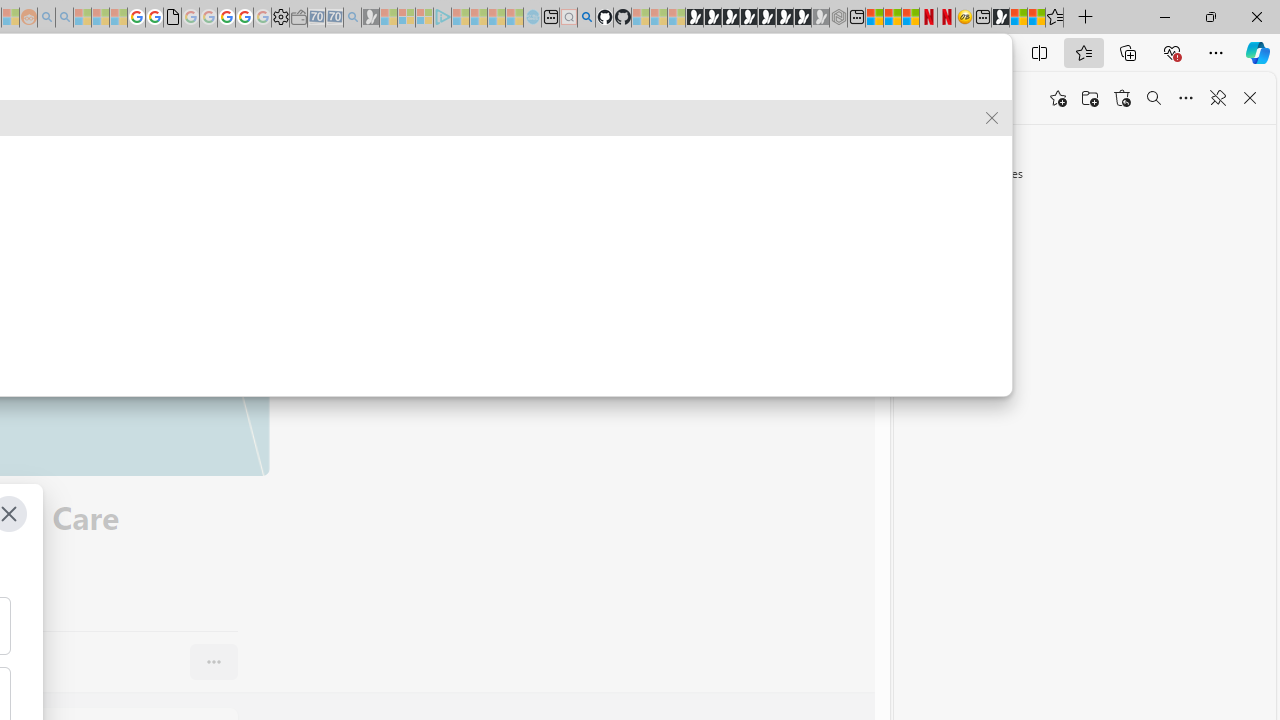 This screenshot has width=1280, height=720. Describe the element at coordinates (992, 118) in the screenshot. I see `'Remove suggestion'` at that location.